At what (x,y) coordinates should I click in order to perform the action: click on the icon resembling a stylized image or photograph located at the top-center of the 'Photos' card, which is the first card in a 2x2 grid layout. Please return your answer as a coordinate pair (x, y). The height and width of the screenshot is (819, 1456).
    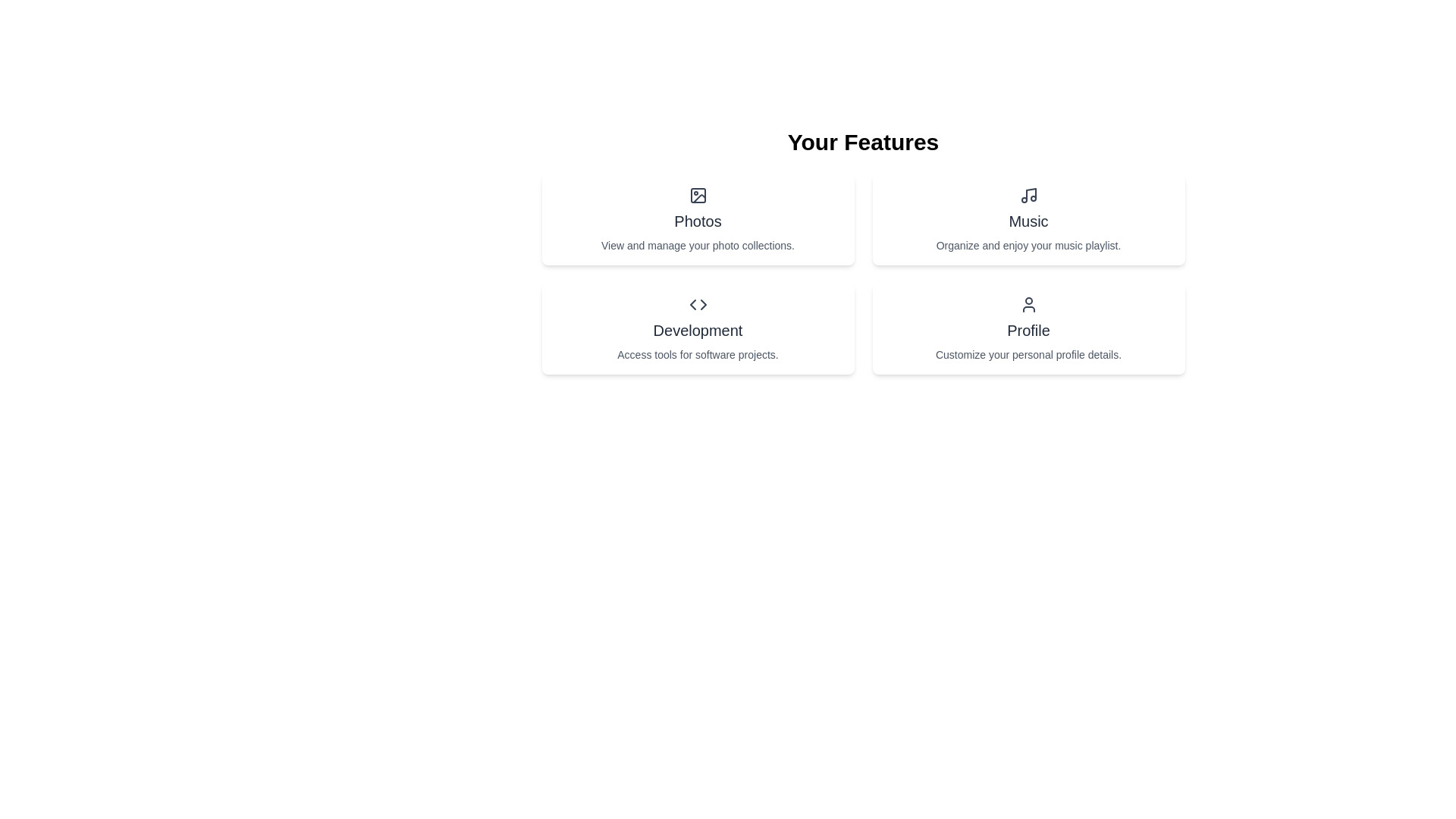
    Looking at the image, I should click on (697, 195).